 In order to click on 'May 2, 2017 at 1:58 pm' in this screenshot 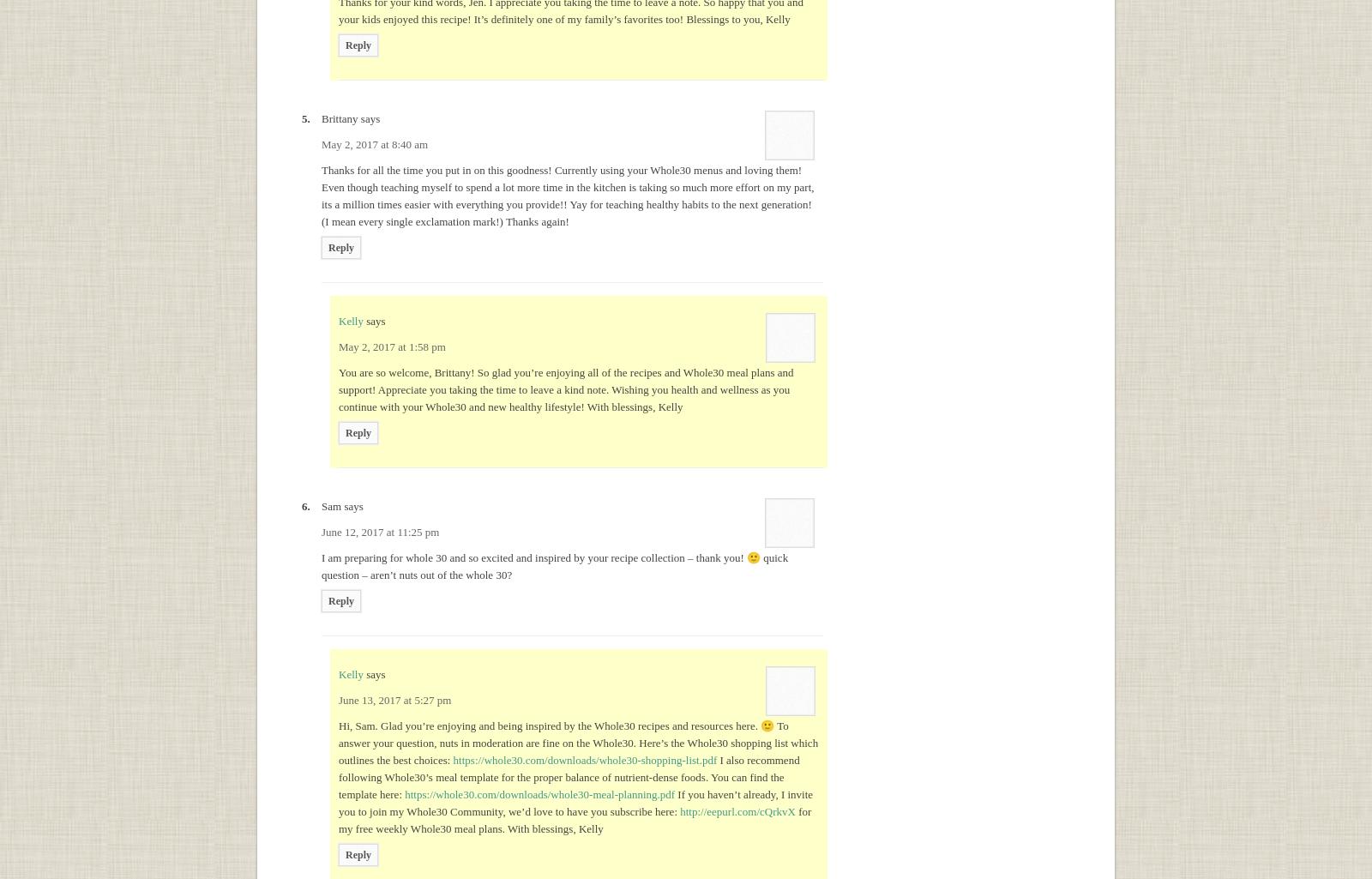, I will do `click(390, 346)`.